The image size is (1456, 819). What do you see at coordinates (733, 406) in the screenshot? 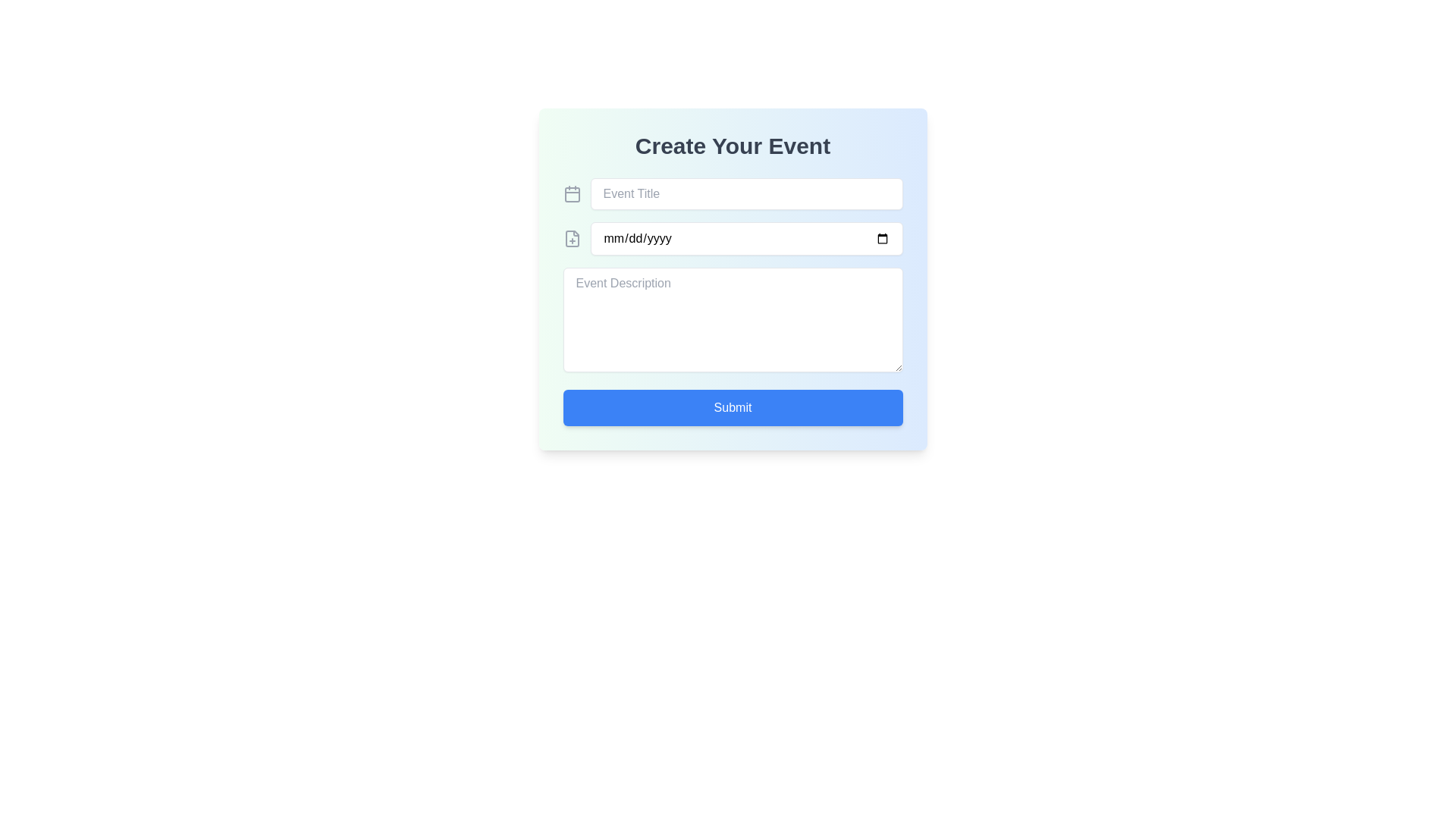
I see `the 'Submit' button located at the bottom of the form` at bounding box center [733, 406].